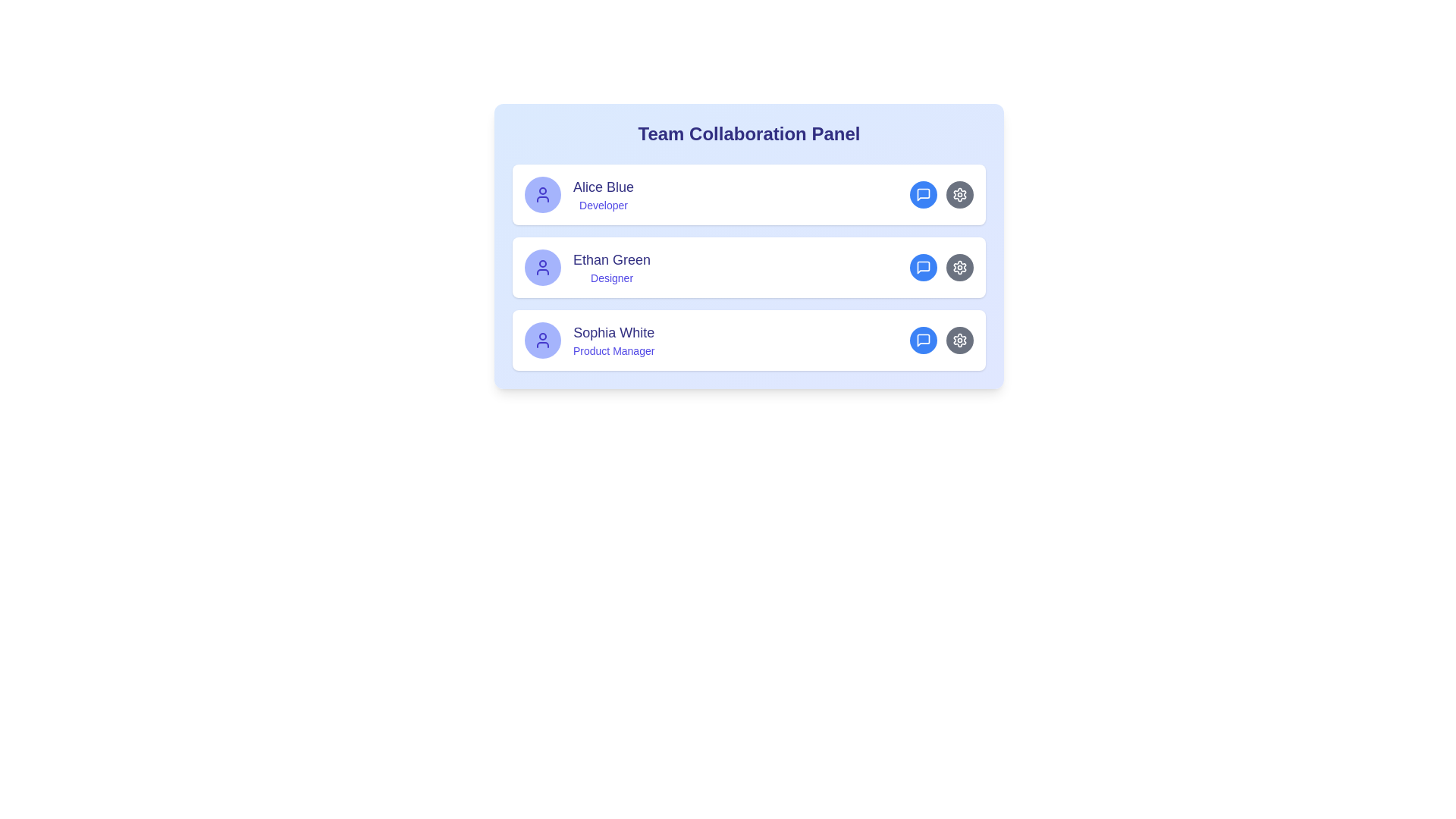 This screenshot has width=1456, height=819. Describe the element at coordinates (603, 186) in the screenshot. I see `the text label 'Alice Blue' which identifies the user profile, located at the top of the user profile card` at that location.